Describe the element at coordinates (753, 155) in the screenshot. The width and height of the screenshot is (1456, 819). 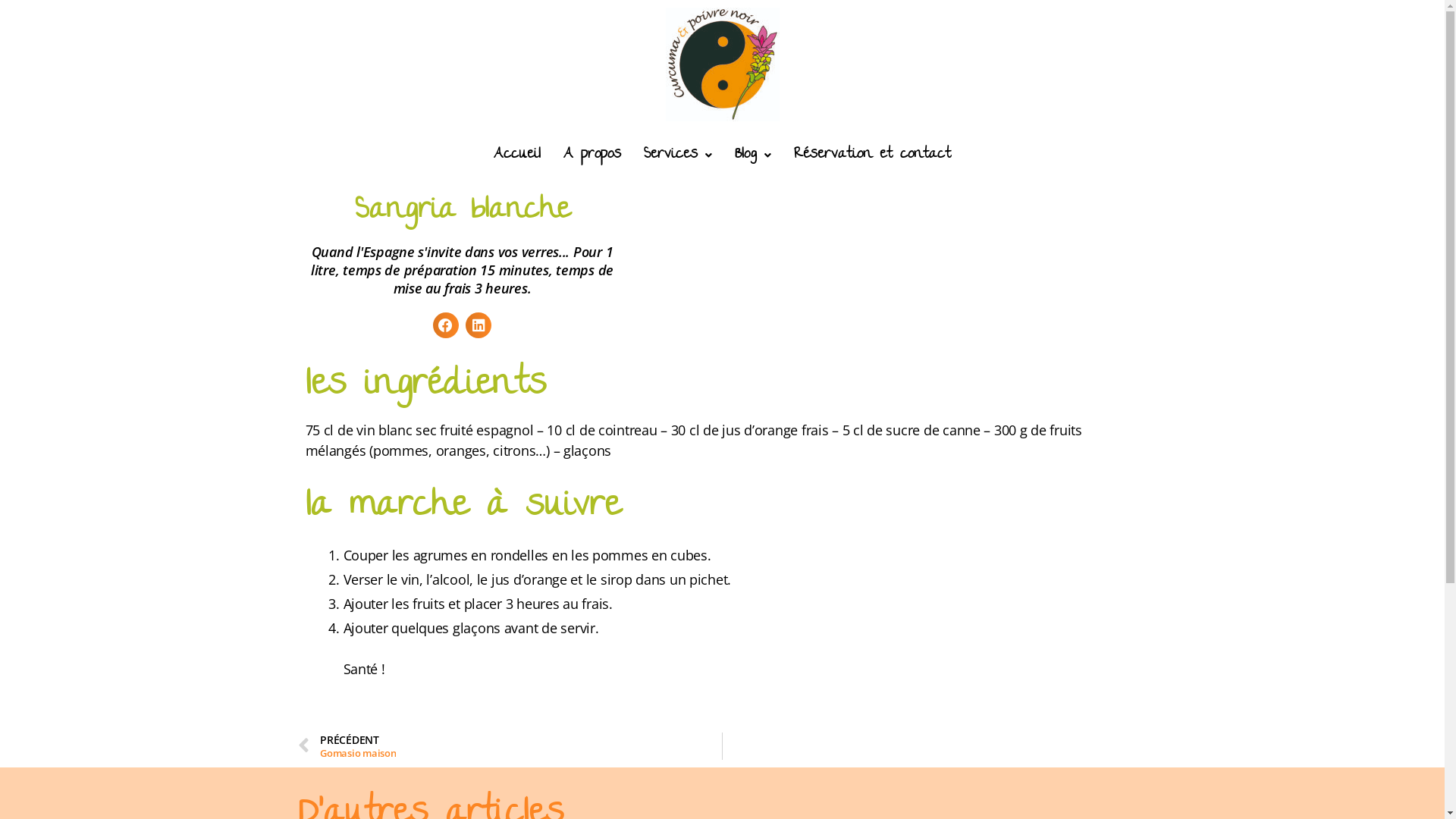
I see `'Blog'` at that location.